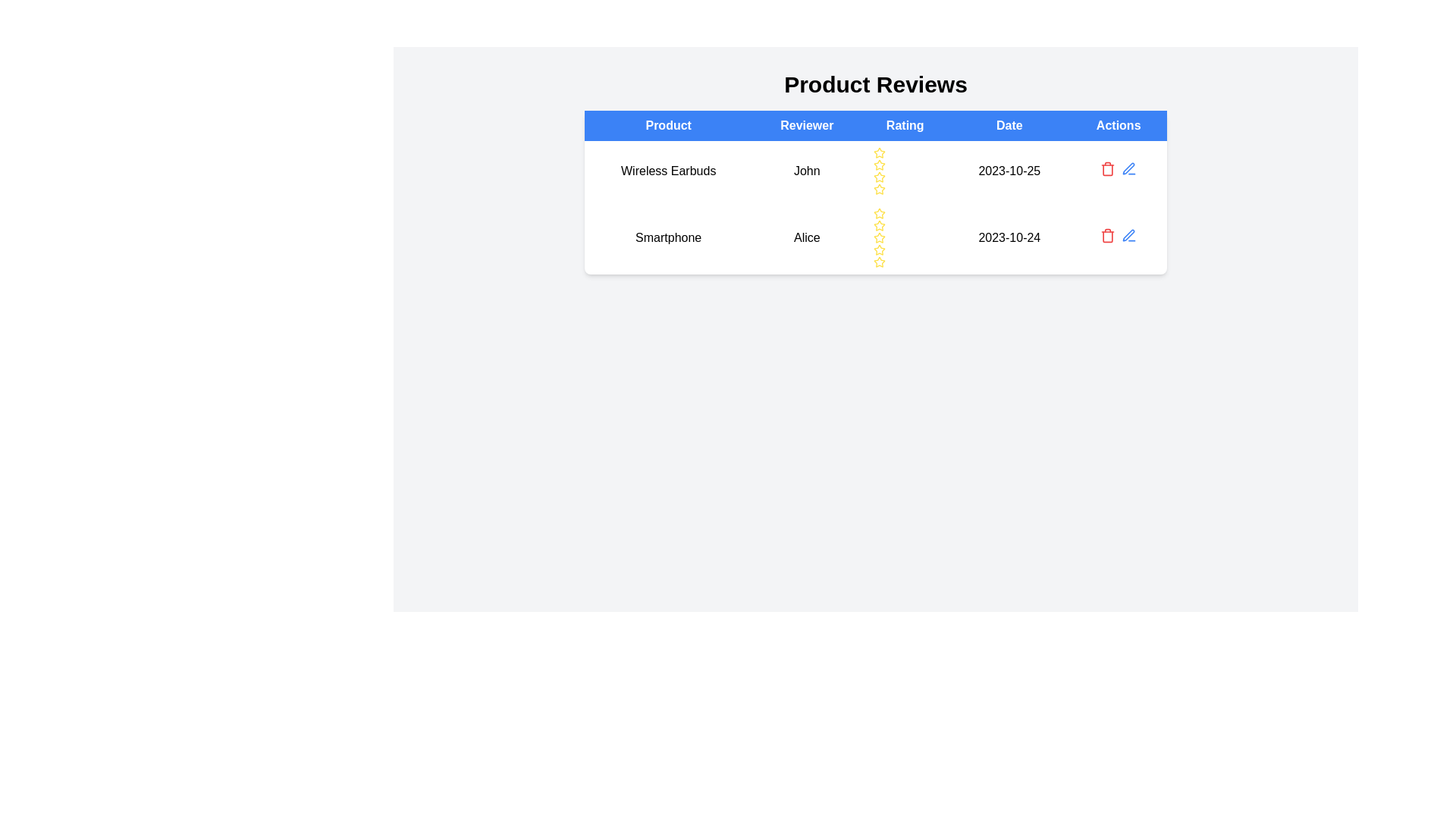  What do you see at coordinates (806, 124) in the screenshot?
I see `the header cell in the table that indicates data for reviewers, located between the 'Product' header on the left and the 'Rating' header on the right` at bounding box center [806, 124].